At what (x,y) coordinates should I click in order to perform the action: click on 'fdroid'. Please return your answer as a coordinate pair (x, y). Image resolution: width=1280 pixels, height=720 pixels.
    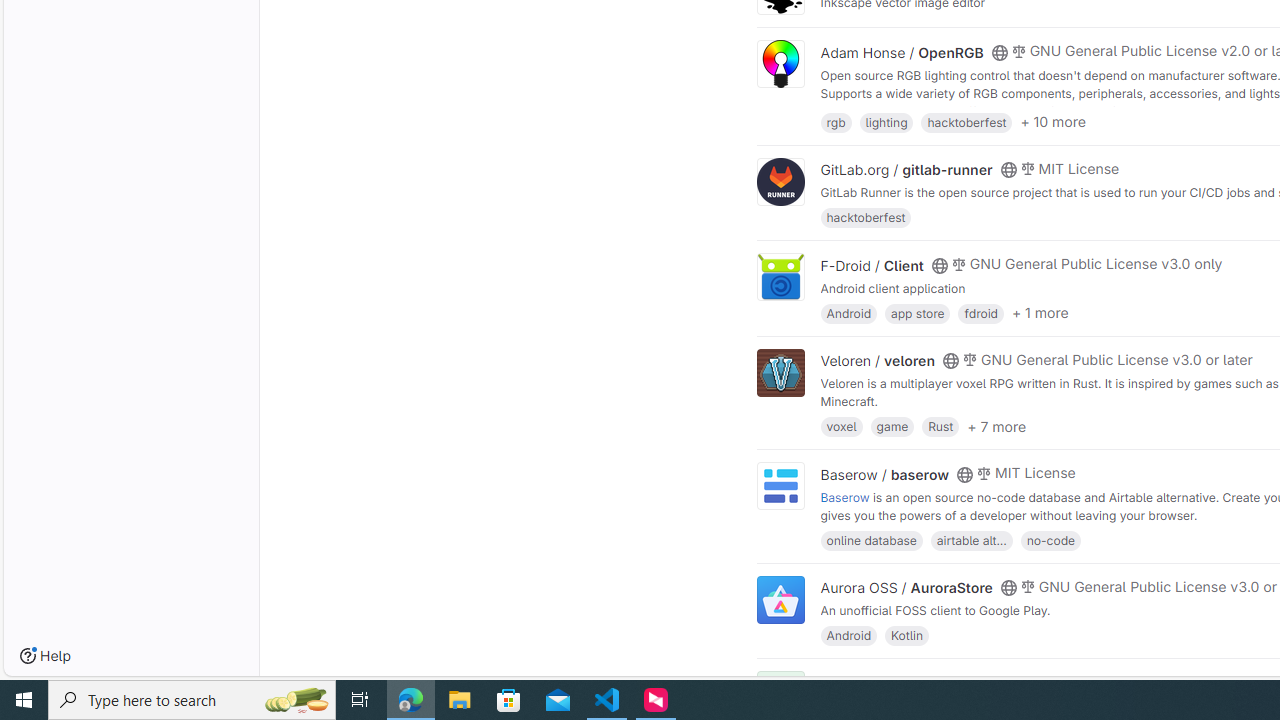
    Looking at the image, I should click on (981, 312).